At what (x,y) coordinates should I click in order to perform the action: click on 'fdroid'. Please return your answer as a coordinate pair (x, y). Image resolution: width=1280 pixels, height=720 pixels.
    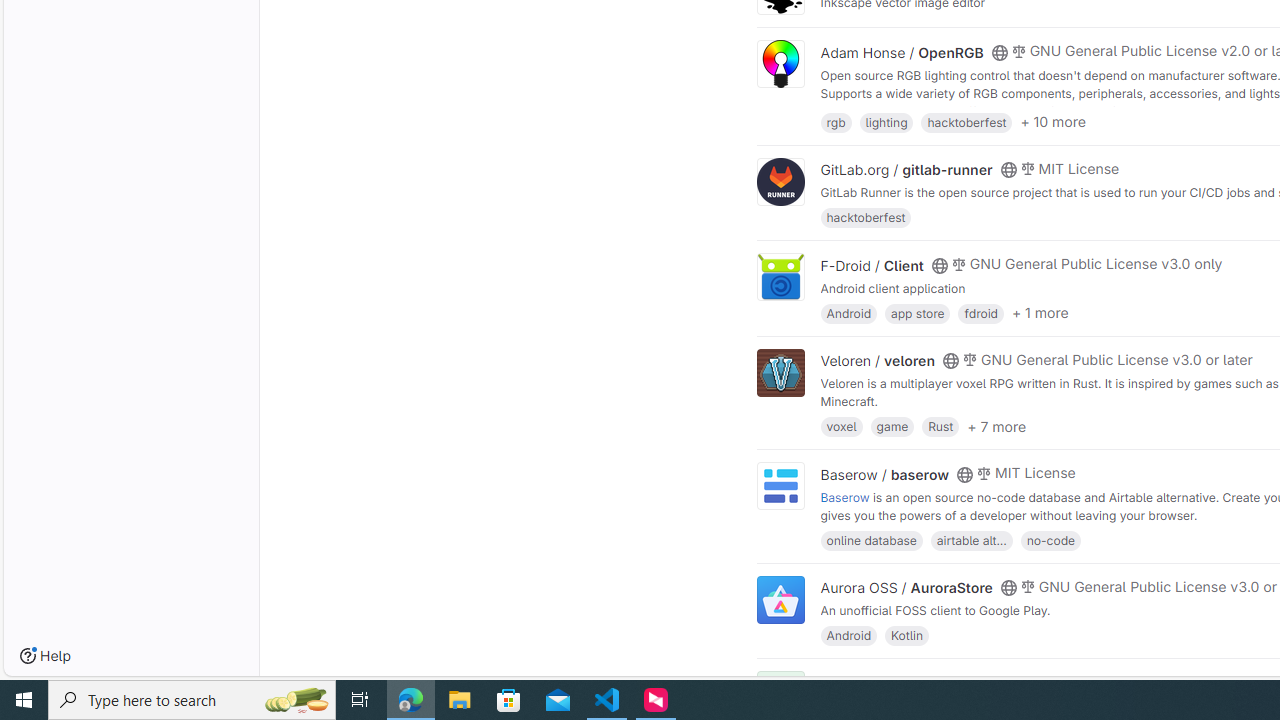
    Looking at the image, I should click on (981, 312).